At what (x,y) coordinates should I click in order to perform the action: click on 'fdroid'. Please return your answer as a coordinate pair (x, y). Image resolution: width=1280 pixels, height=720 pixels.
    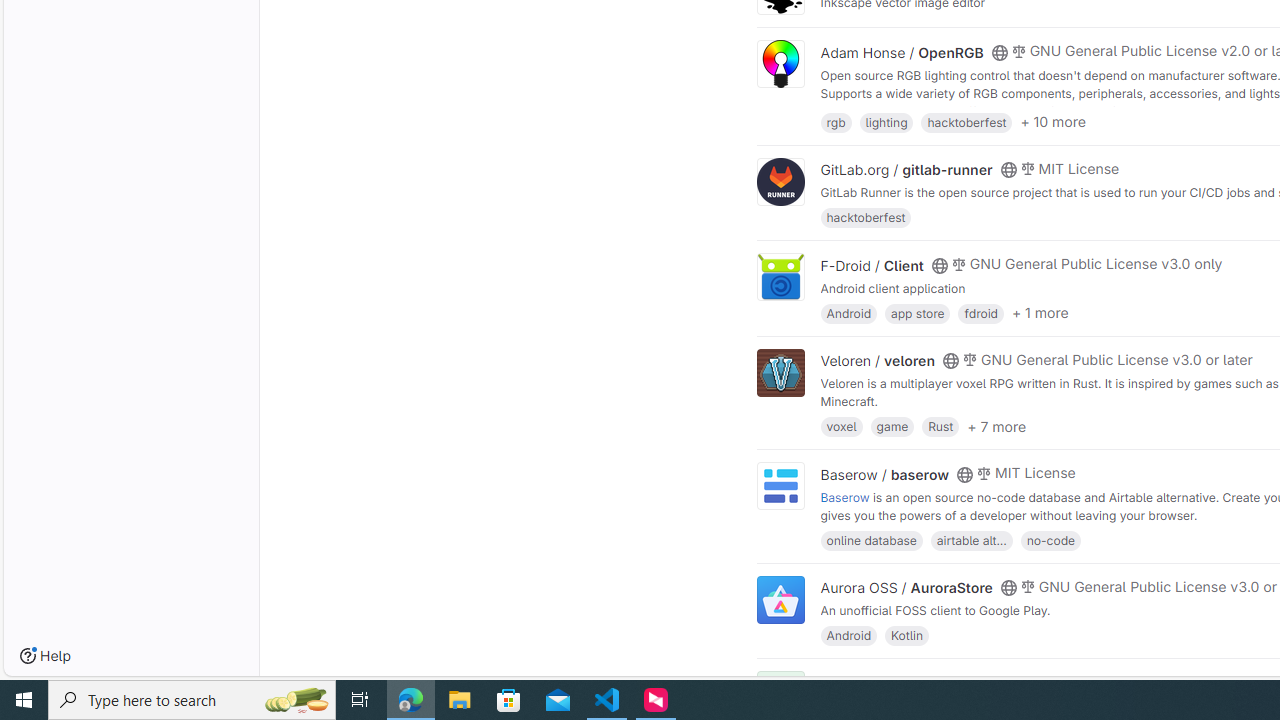
    Looking at the image, I should click on (981, 312).